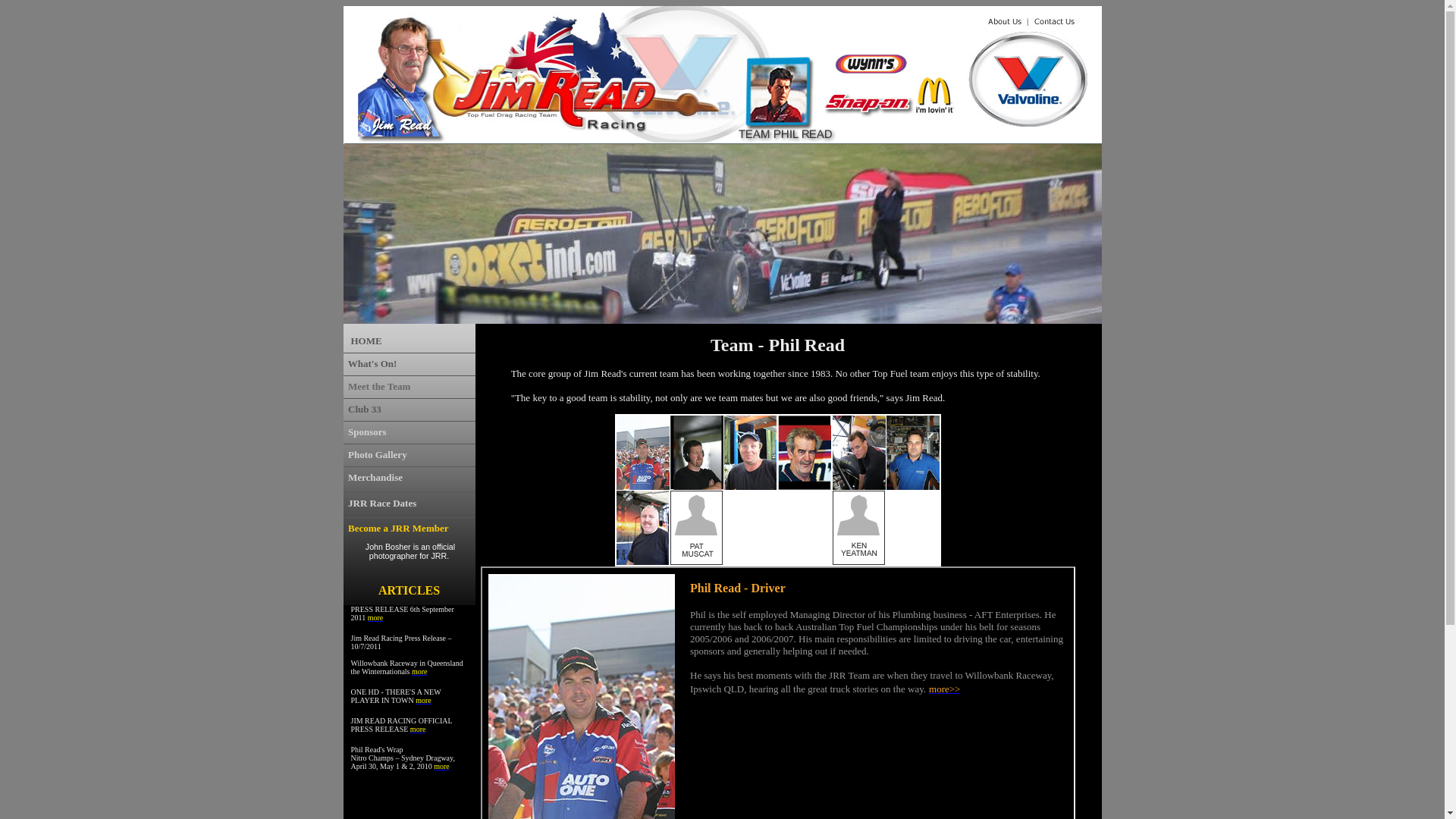  Describe the element at coordinates (344, 453) in the screenshot. I see `' '` at that location.